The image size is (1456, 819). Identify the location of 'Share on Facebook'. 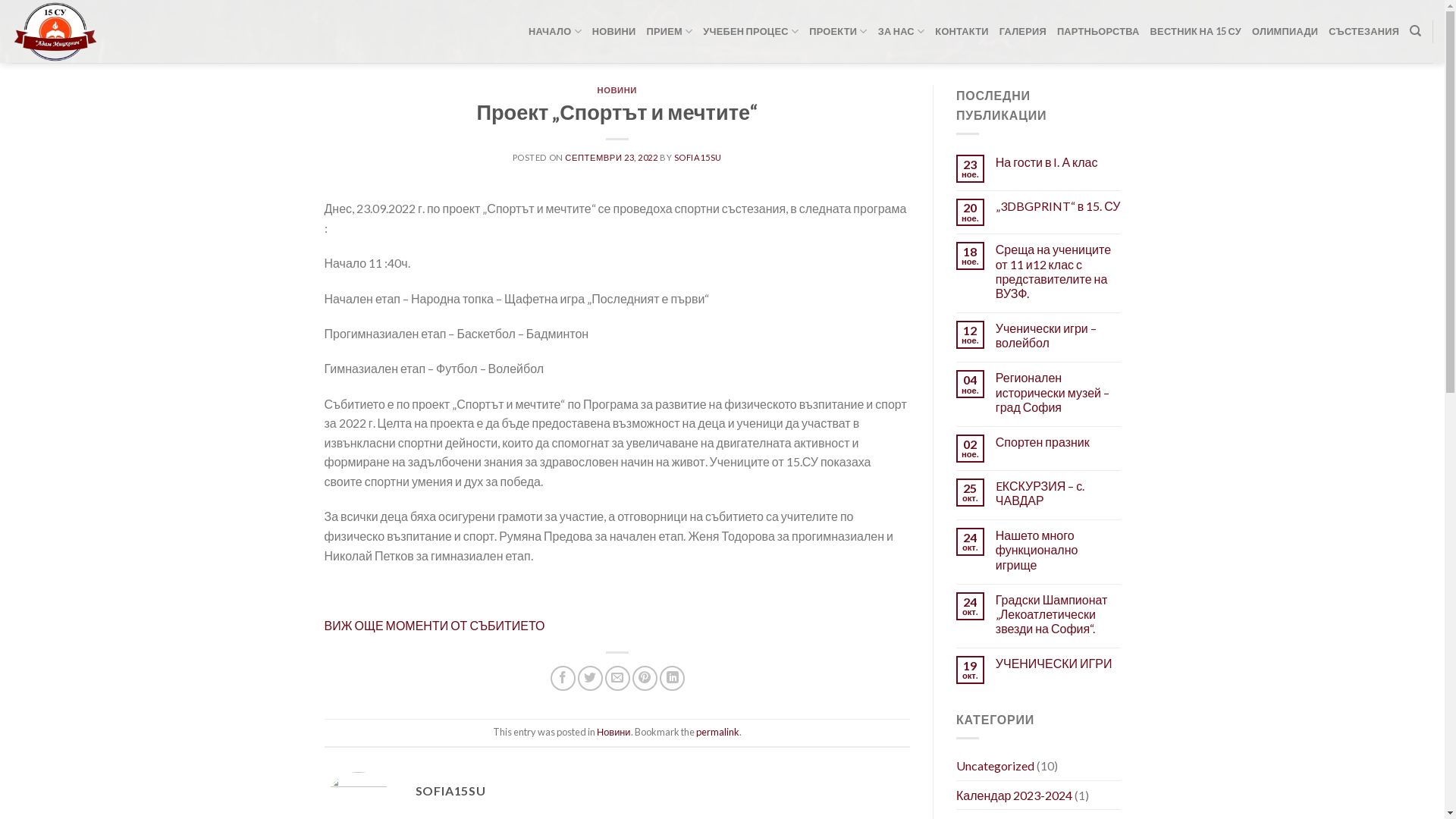
(562, 677).